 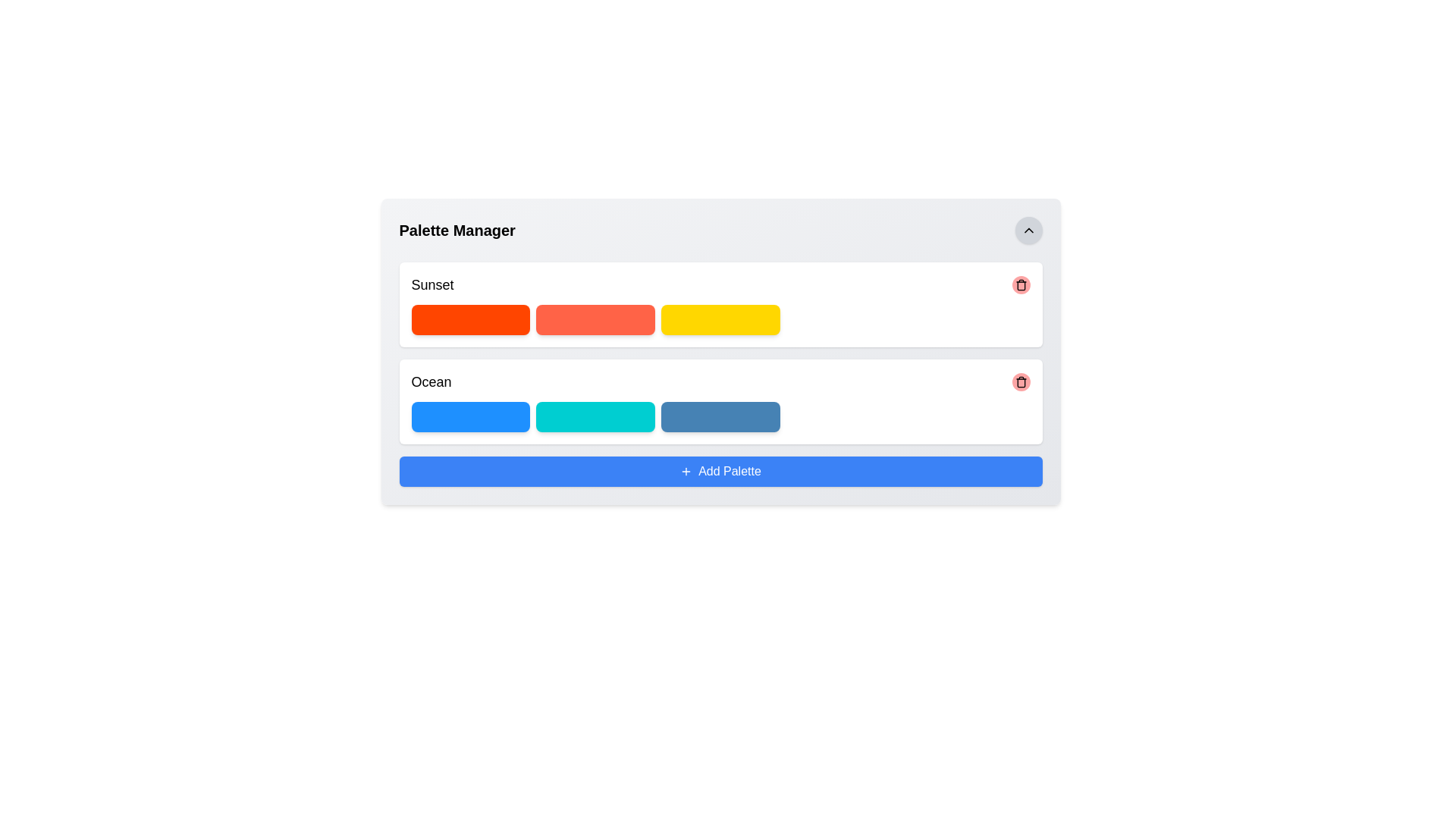 I want to click on the 'Add Palette' button icon, which serves as a visual indicator for adding a new palette, located at the bottom of the interface, so click(x=686, y=470).